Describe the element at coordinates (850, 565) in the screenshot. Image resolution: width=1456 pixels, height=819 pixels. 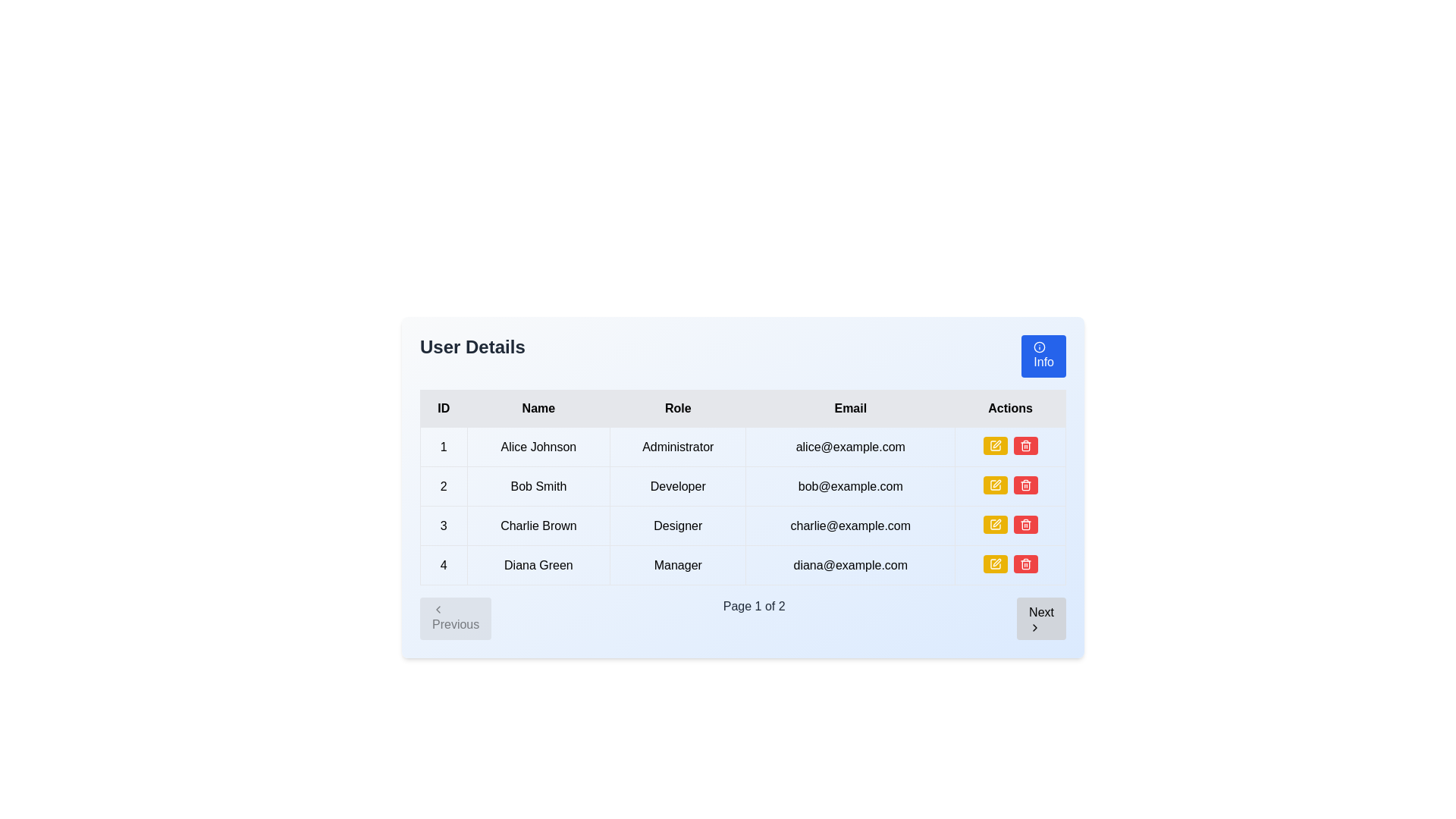
I see `the static text displaying 'diana@example.com' located in the fourth row of the 'Email' column within a structured table layout` at that location.